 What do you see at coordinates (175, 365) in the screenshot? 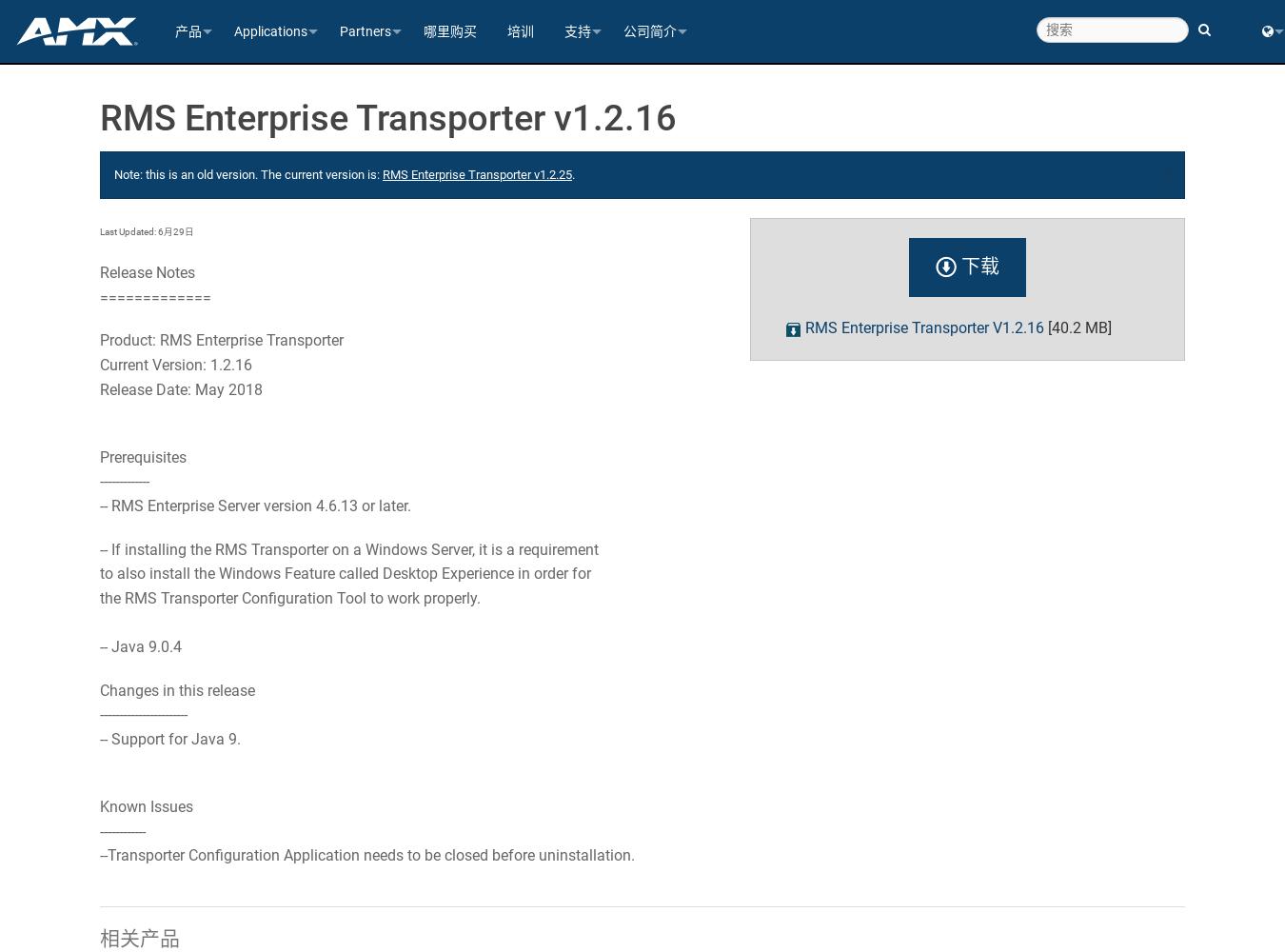
I see `'Current Version: 1.2.16'` at bounding box center [175, 365].